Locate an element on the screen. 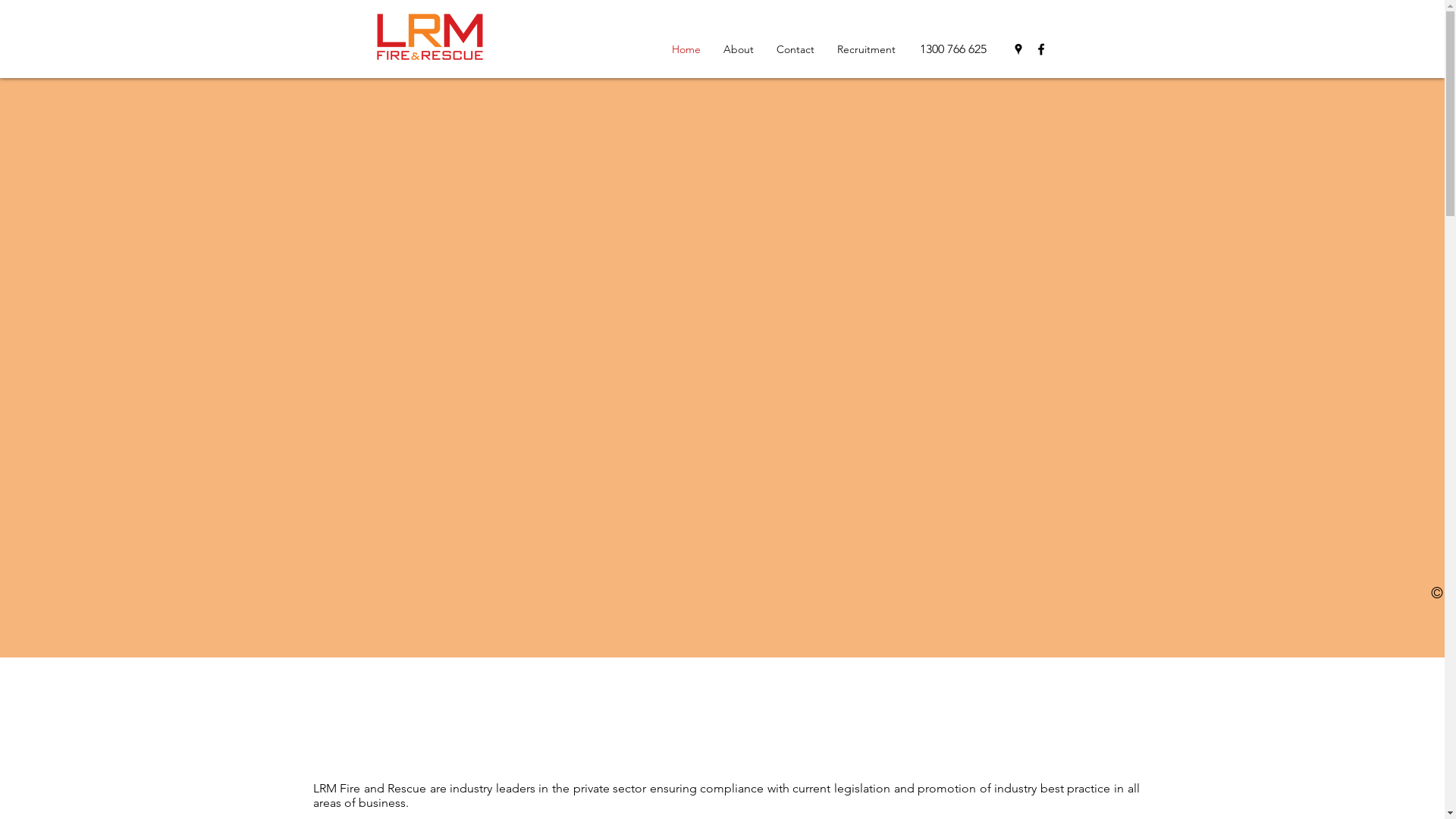 The image size is (1456, 819). 'About' is located at coordinates (738, 49).